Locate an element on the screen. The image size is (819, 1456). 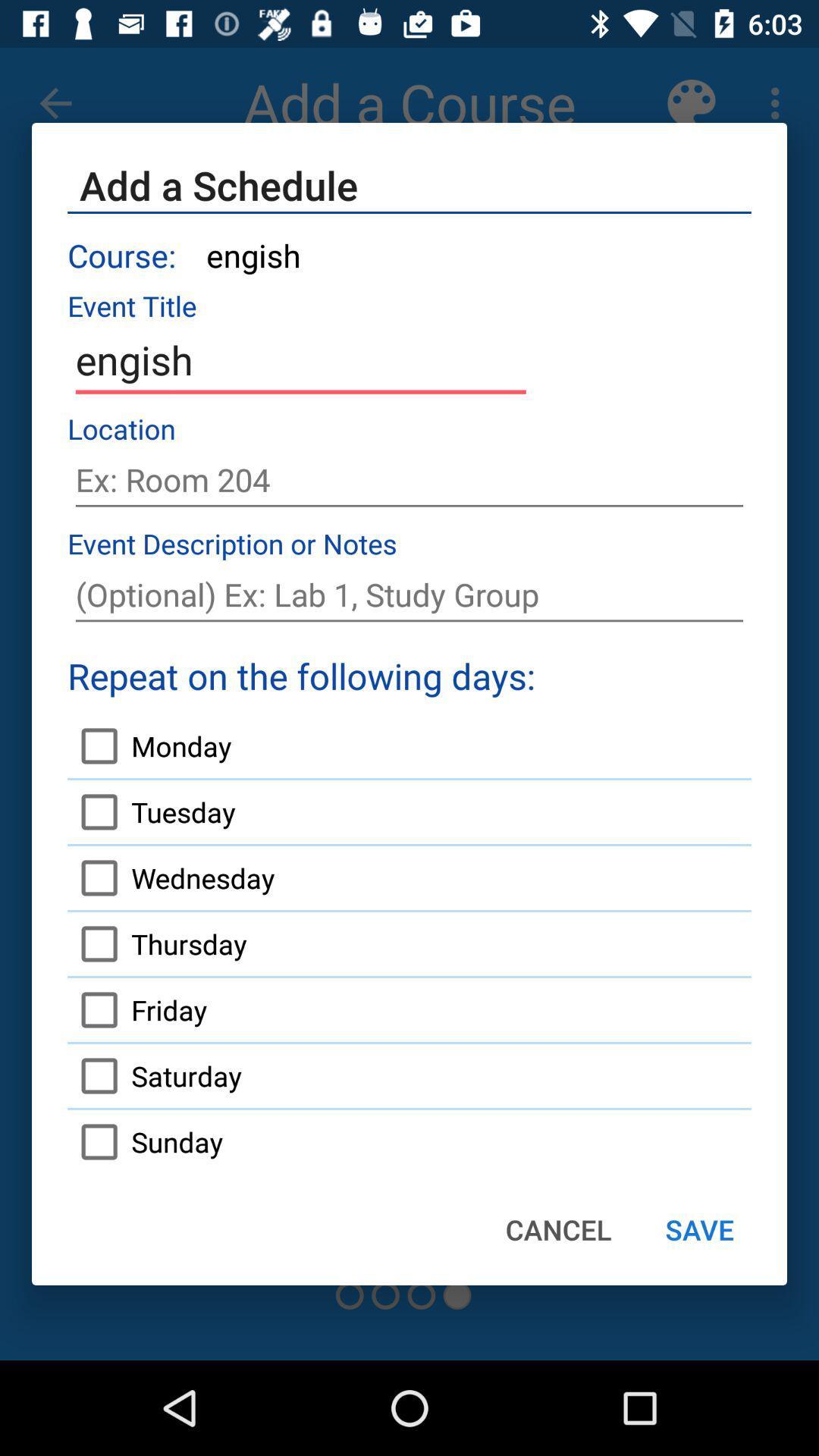
item to the left of save icon is located at coordinates (558, 1229).